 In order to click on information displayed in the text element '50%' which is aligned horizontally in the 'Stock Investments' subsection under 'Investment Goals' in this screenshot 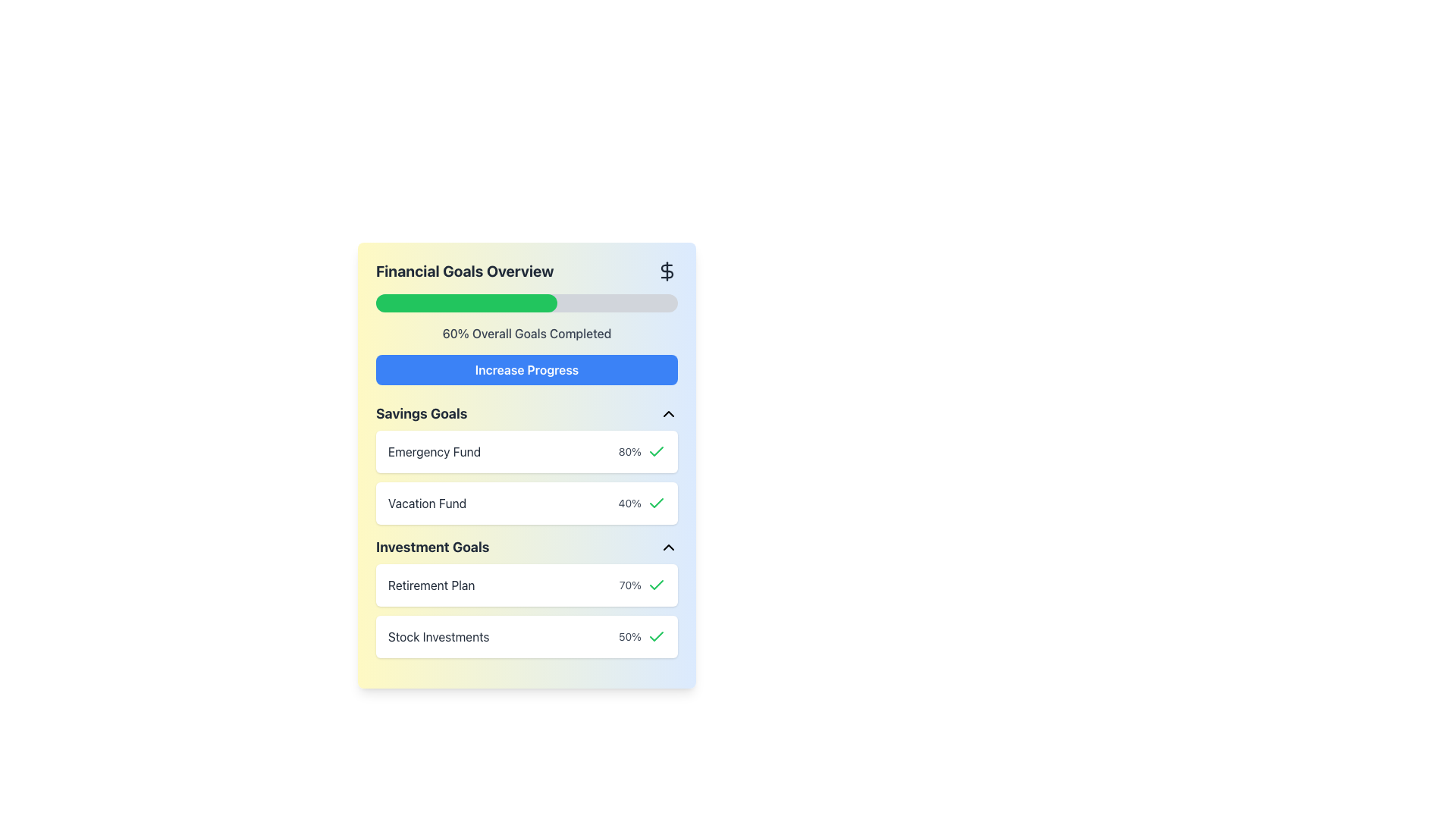, I will do `click(629, 637)`.